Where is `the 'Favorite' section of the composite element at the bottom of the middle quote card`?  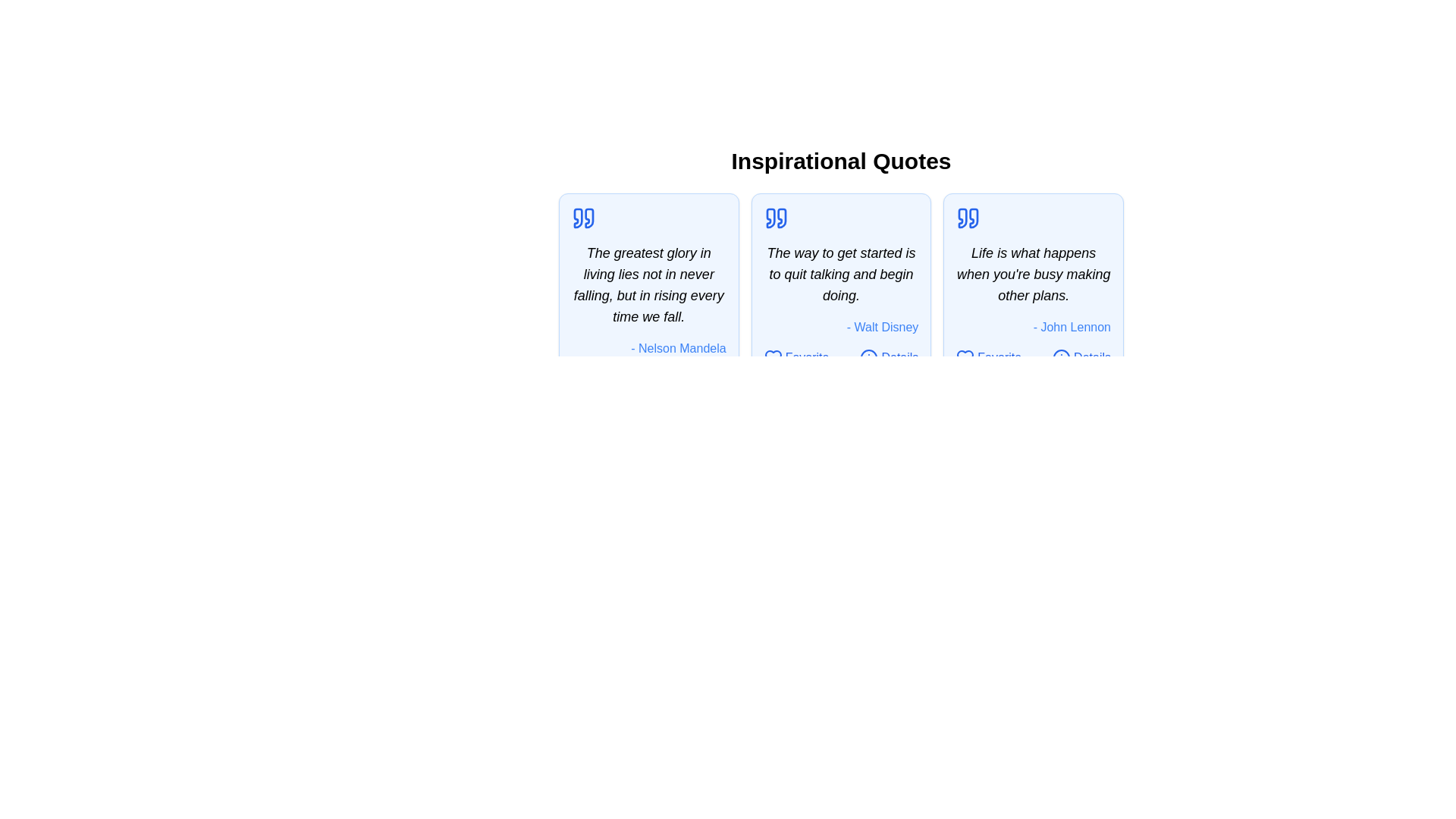
the 'Favorite' section of the composite element at the bottom of the middle quote card is located at coordinates (840, 357).